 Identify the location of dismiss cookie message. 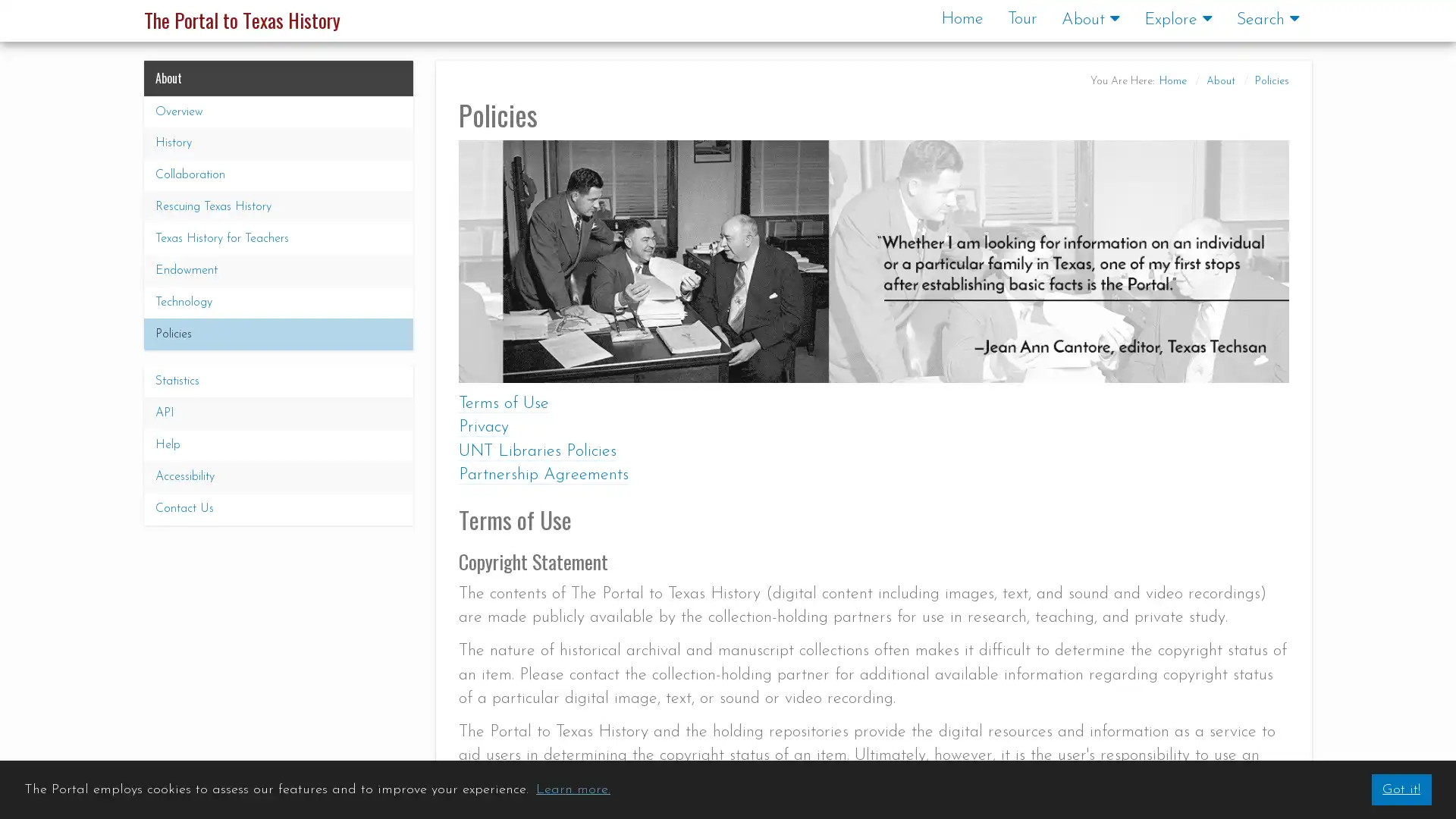
(1400, 789).